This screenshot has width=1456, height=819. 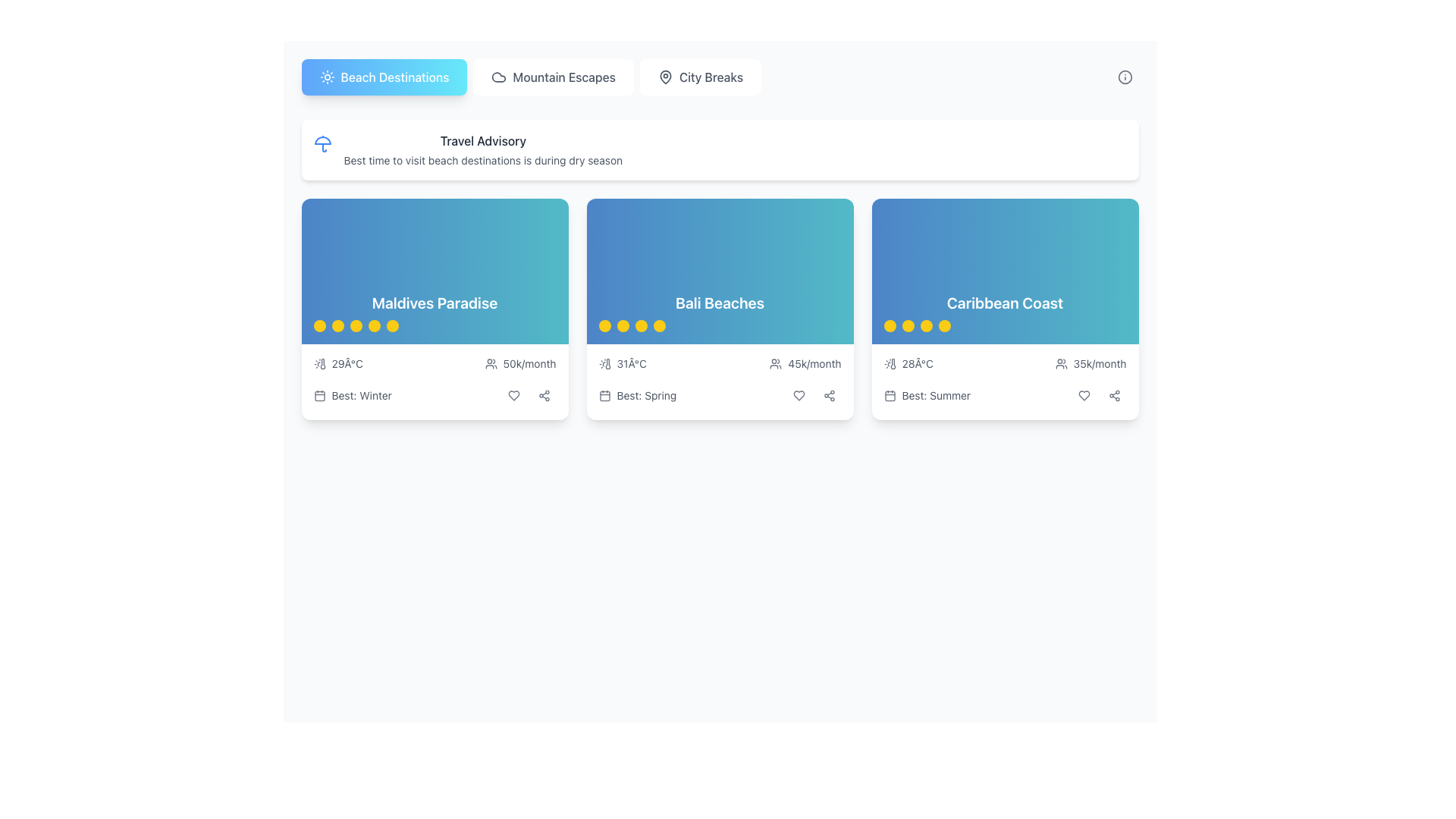 I want to click on the label with an icon of users and the text '35k/month' located in the bottom-right section of the 'Caribbean Coast' card, which is styled in a moderately small gray font, so click(x=1090, y=363).